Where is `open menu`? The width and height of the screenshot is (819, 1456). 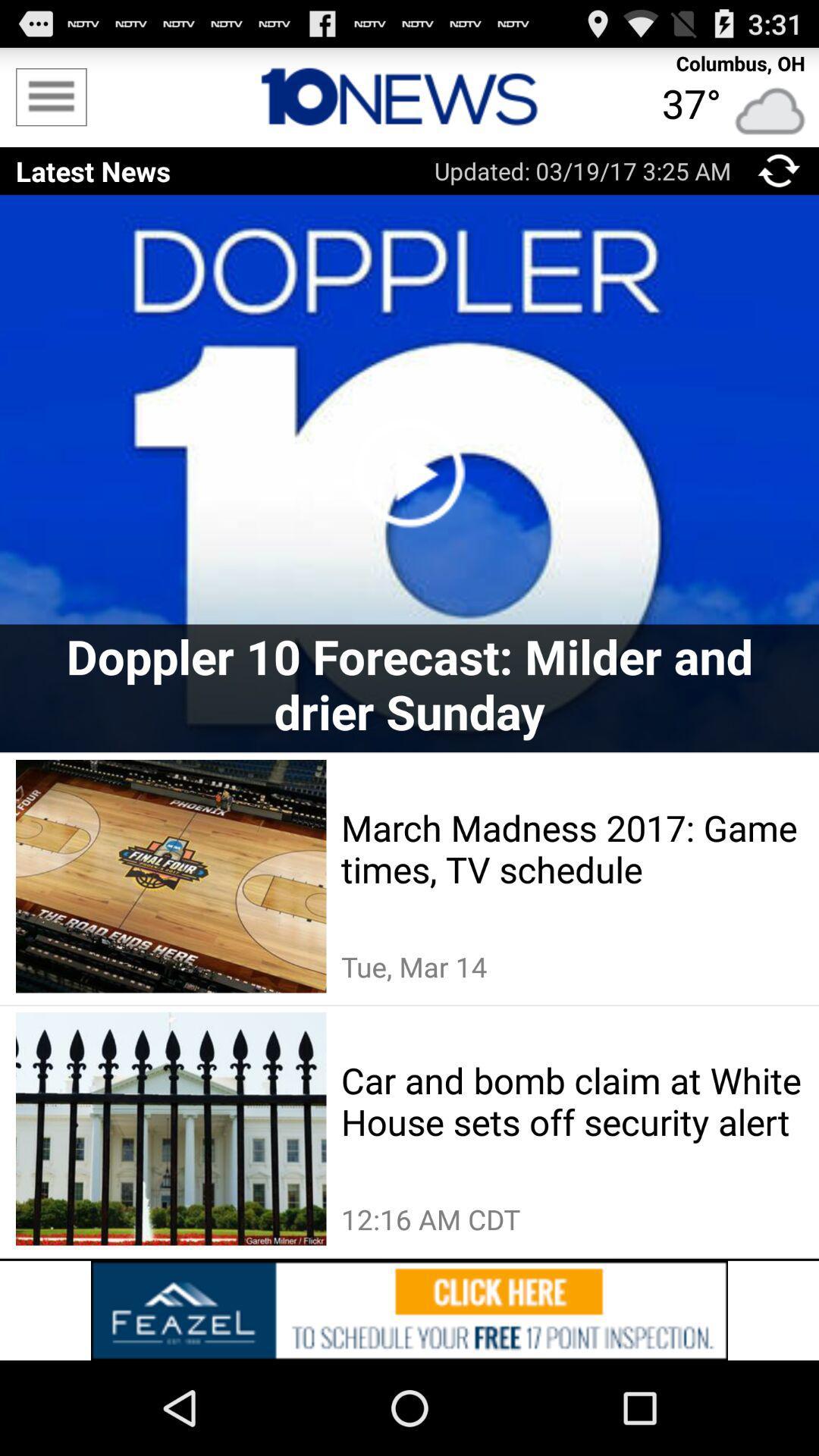 open menu is located at coordinates (50, 96).